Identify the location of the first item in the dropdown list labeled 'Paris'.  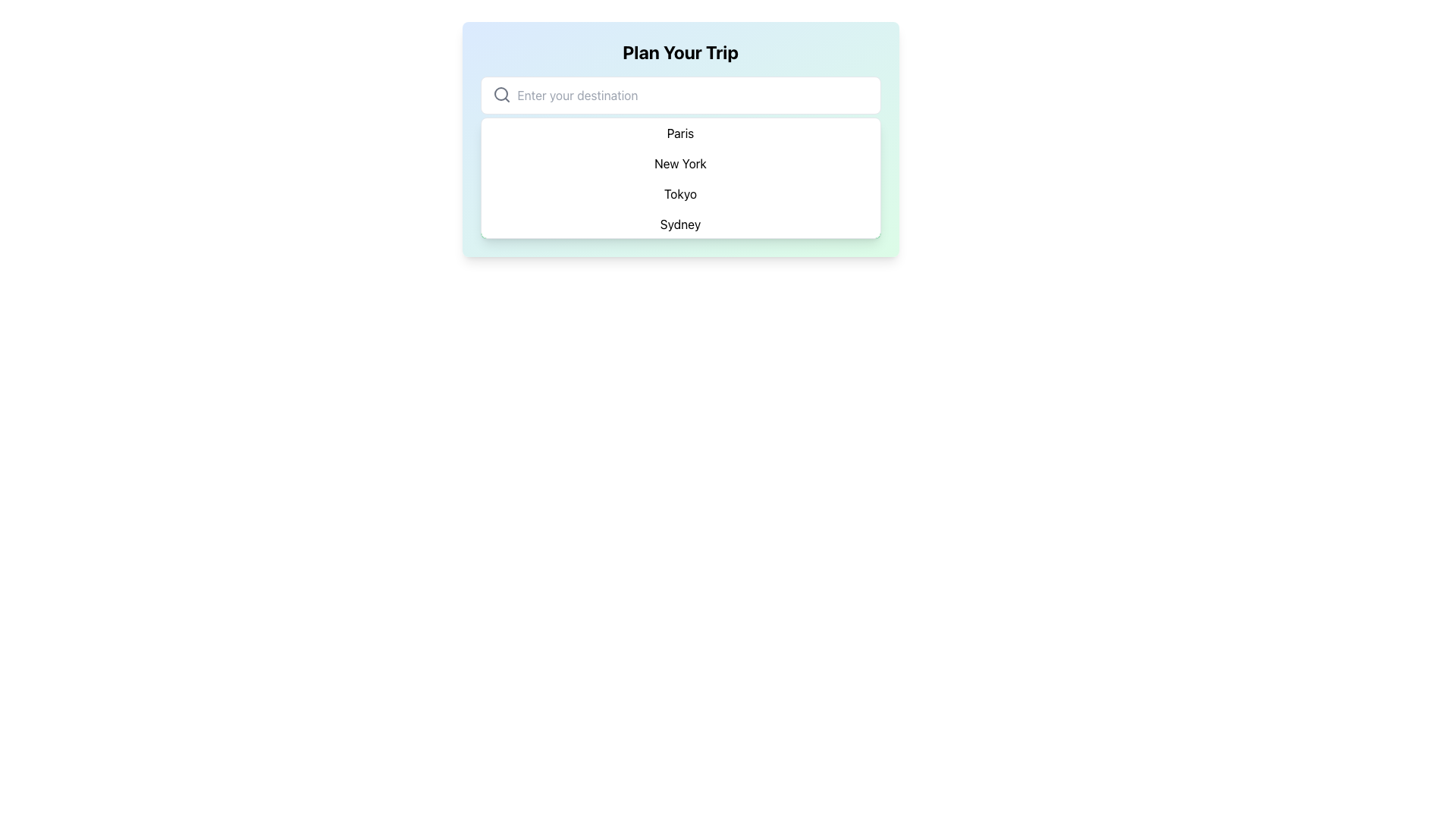
(679, 133).